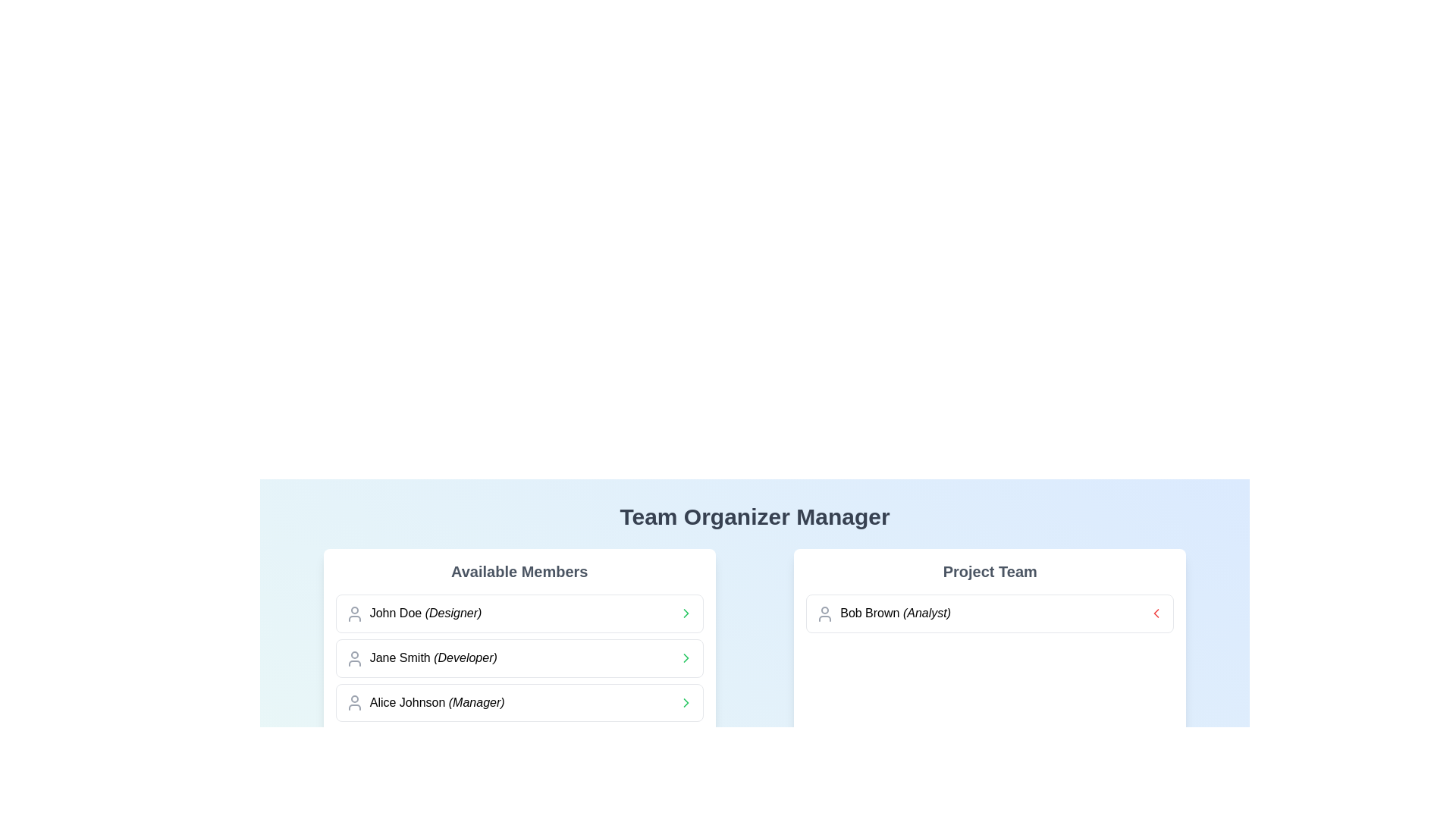 The width and height of the screenshot is (1456, 819). What do you see at coordinates (1156, 613) in the screenshot?
I see `the small left-pointing chevron icon styled with red color, located to the right of 'Bob Brown (Analyst)'` at bounding box center [1156, 613].